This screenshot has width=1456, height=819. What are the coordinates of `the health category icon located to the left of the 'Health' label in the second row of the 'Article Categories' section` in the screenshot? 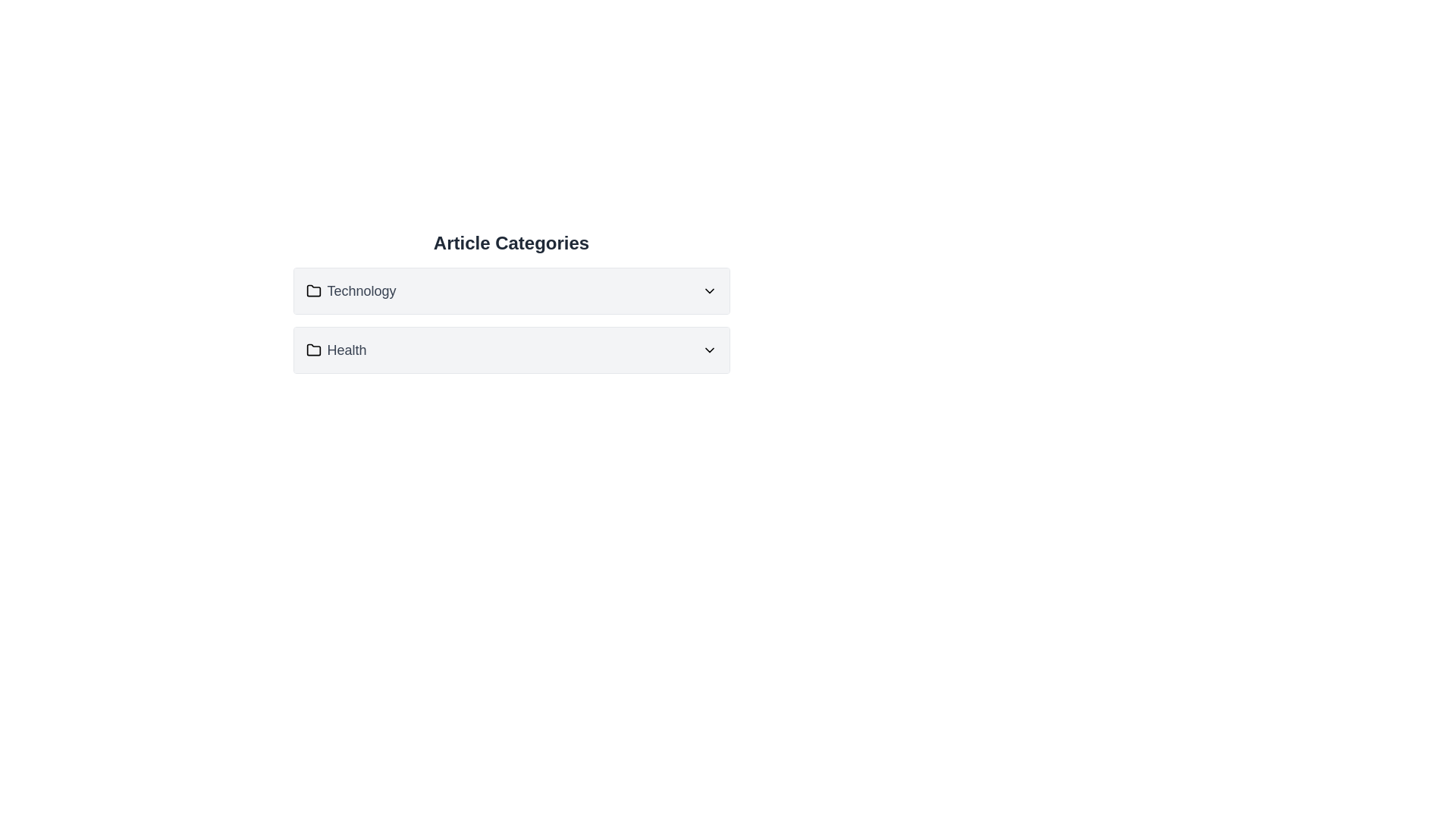 It's located at (312, 350).